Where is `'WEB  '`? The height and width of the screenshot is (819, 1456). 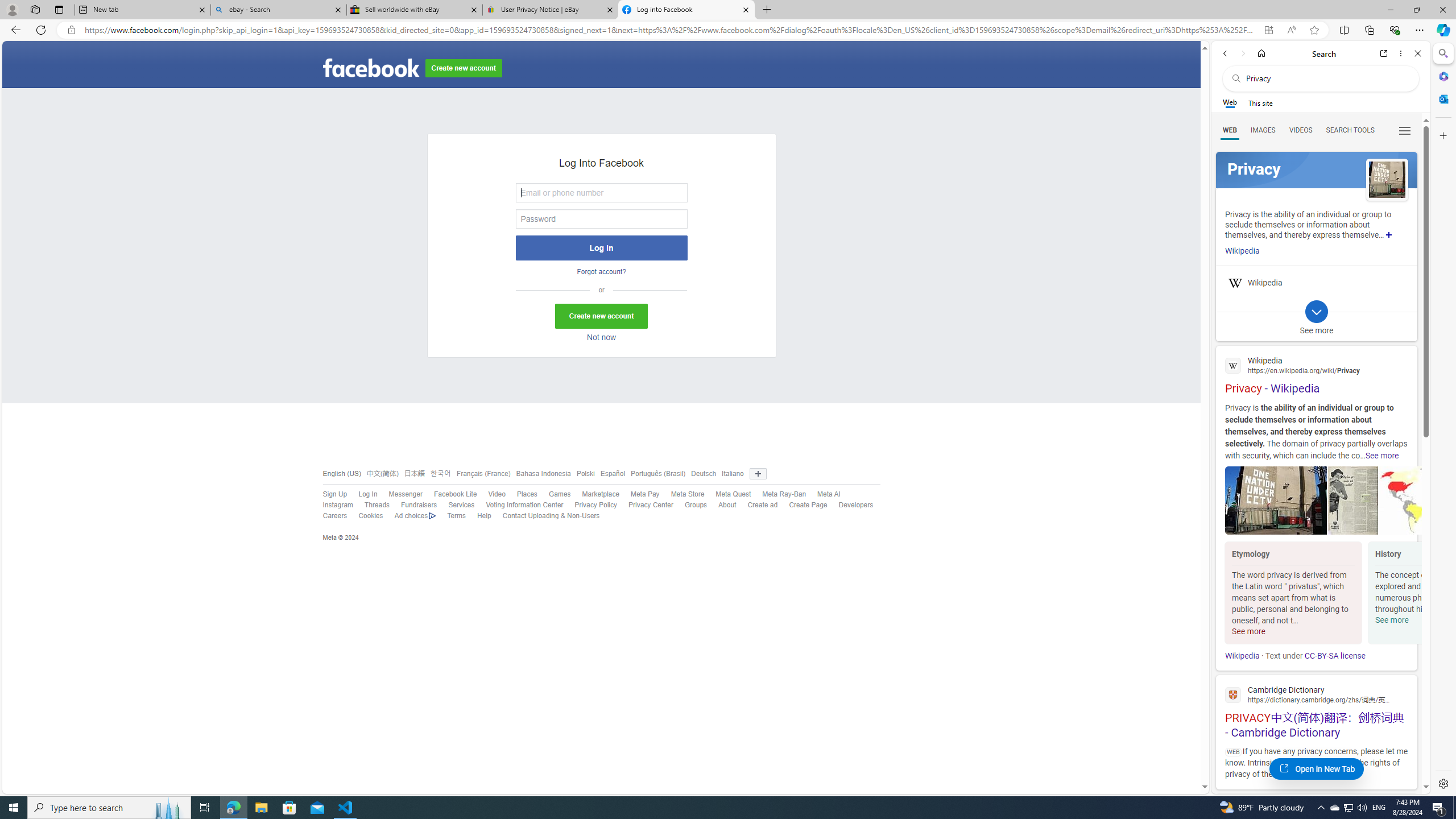 'WEB  ' is located at coordinates (1230, 130).